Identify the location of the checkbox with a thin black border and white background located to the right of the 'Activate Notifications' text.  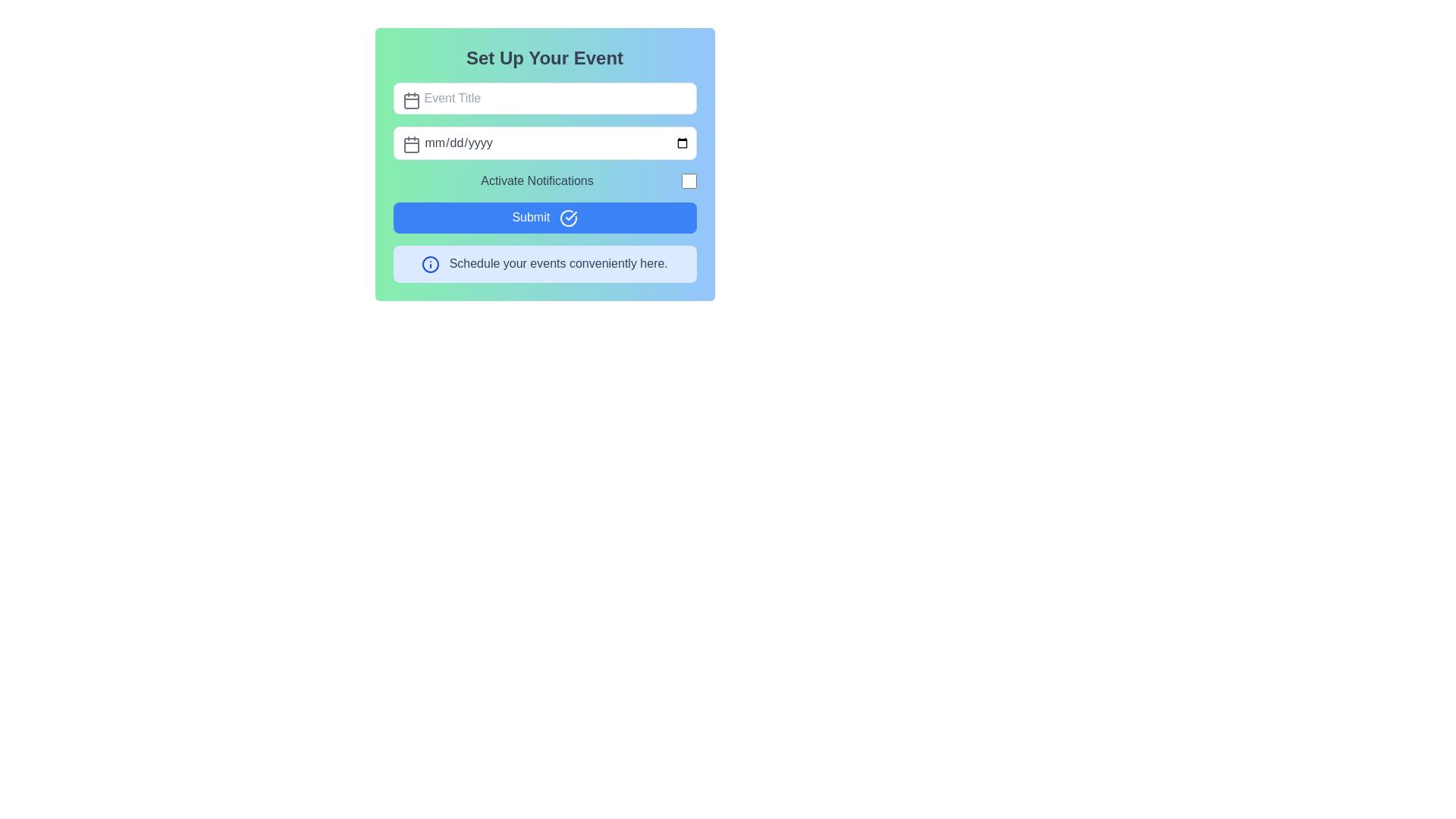
(688, 180).